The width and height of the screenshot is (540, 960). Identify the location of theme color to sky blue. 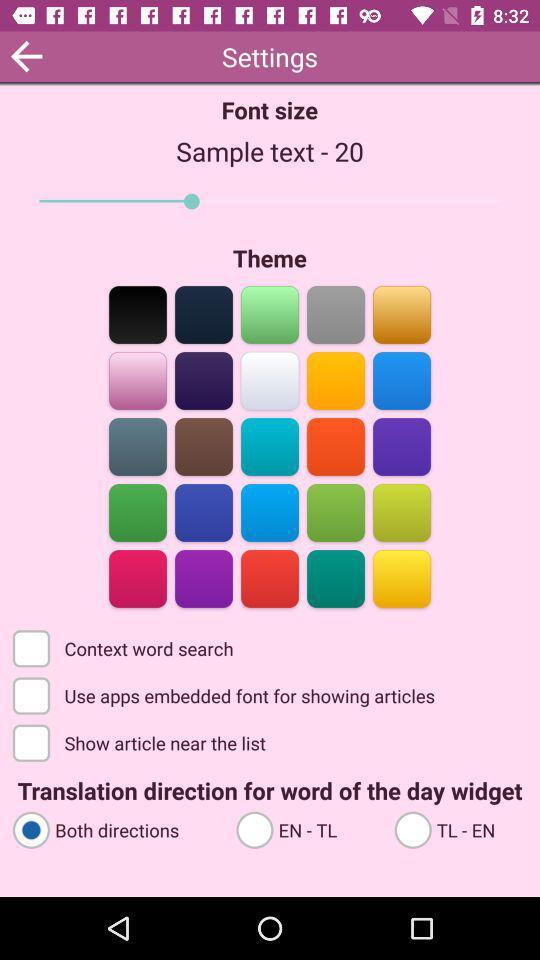
(401, 378).